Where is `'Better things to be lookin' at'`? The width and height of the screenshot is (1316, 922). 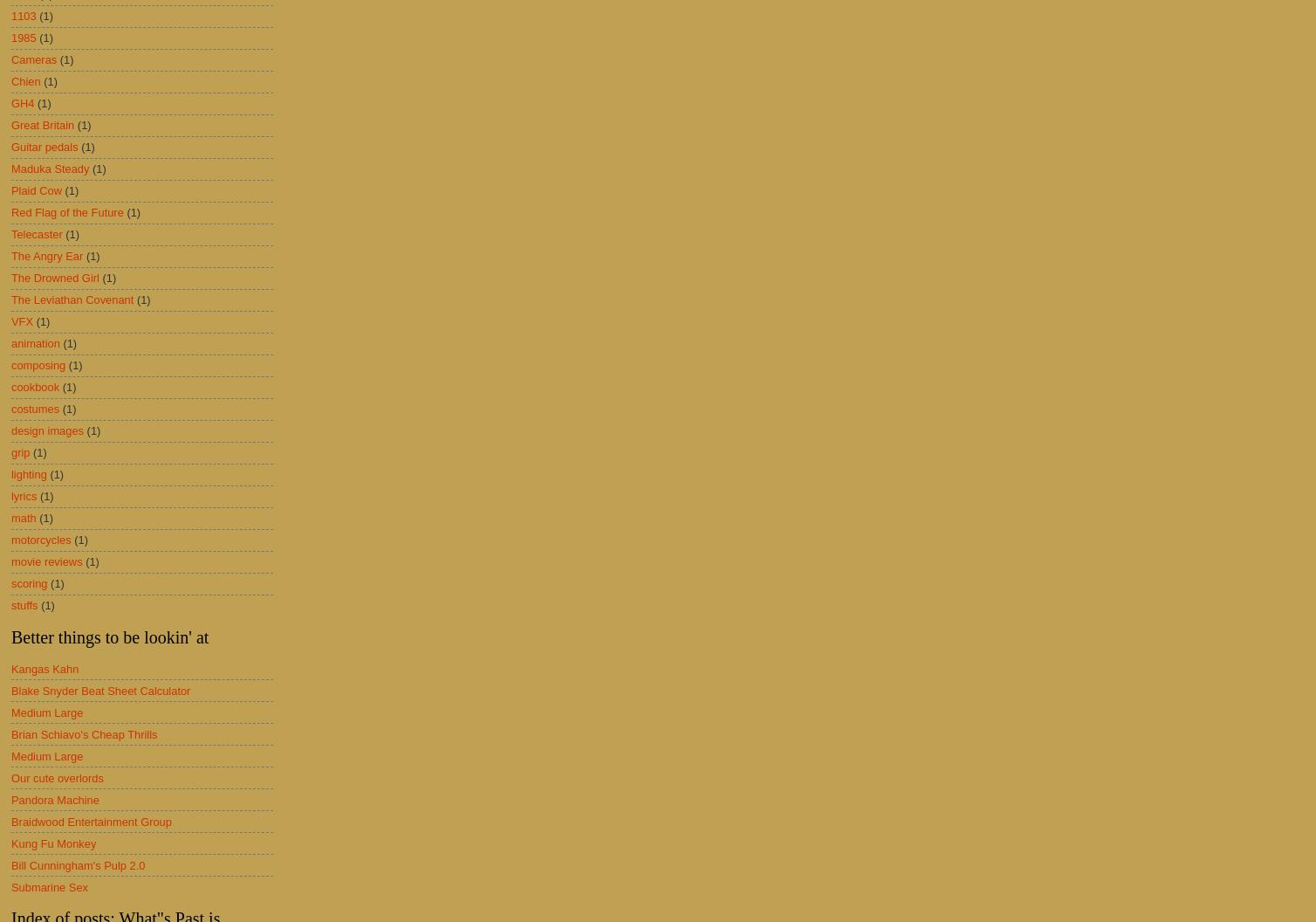 'Better things to be lookin' at' is located at coordinates (10, 635).